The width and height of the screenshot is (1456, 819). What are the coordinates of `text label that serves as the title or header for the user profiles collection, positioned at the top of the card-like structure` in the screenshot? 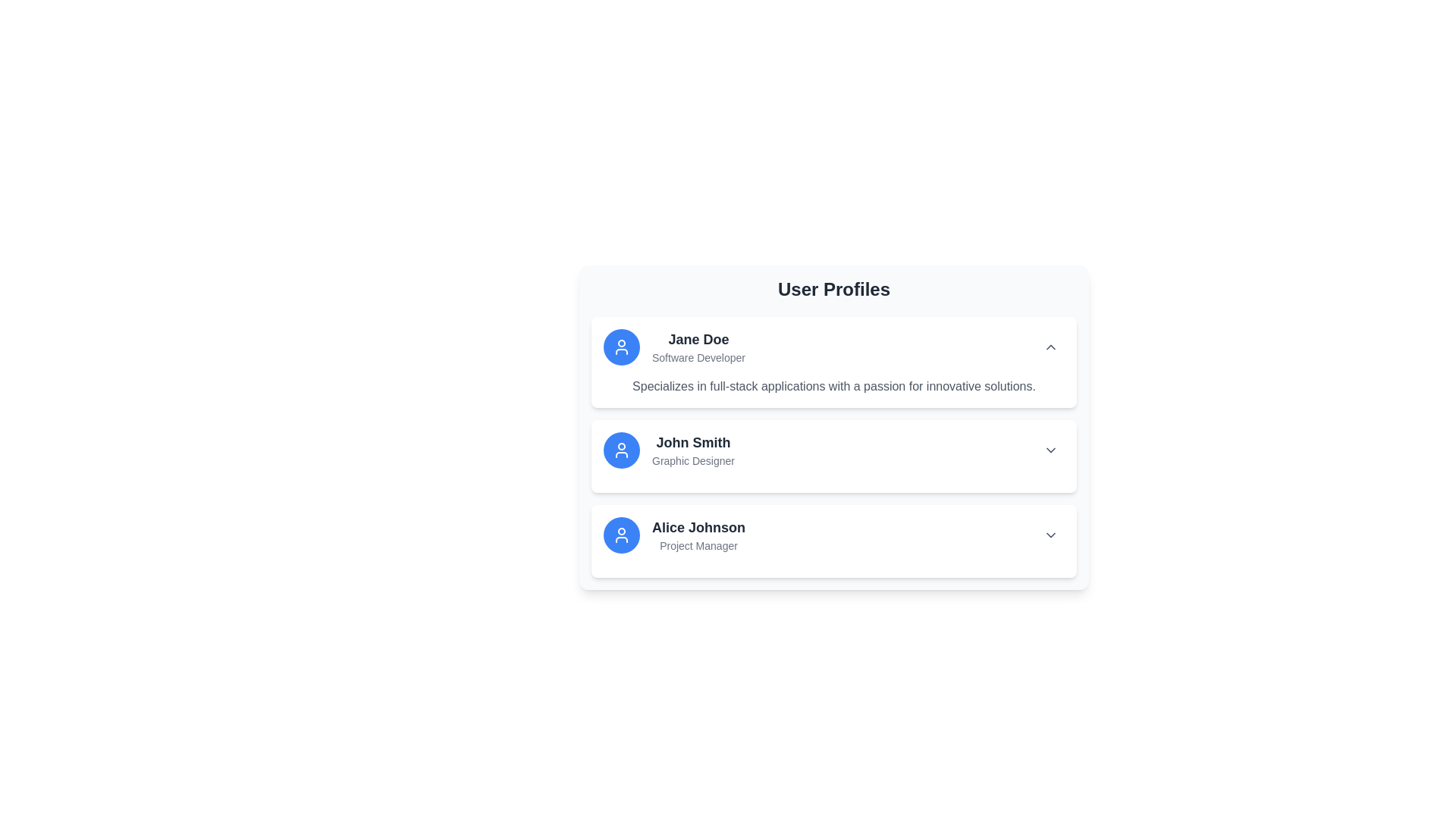 It's located at (833, 289).